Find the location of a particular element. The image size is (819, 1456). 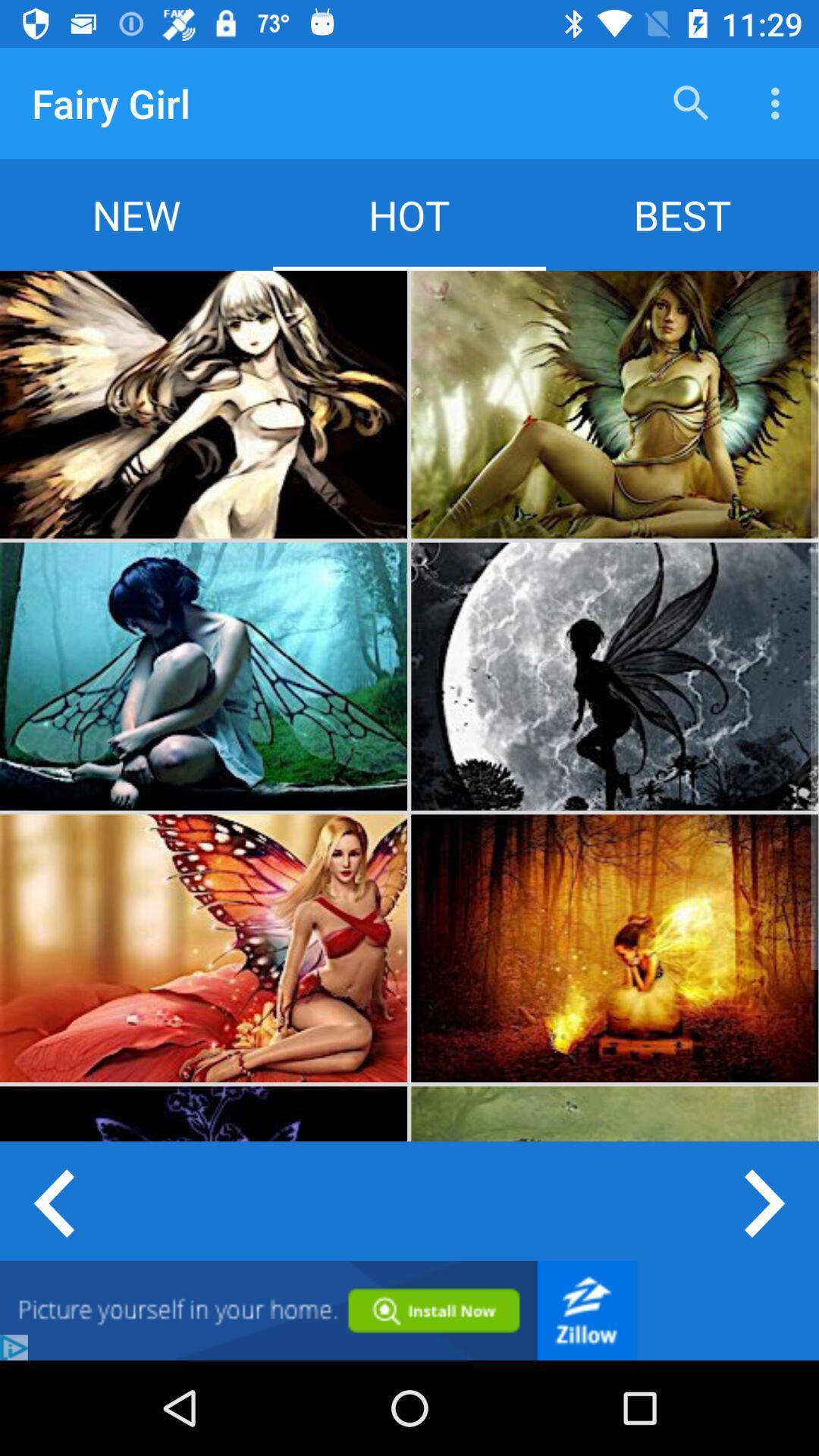

next is located at coordinates (766, 1200).